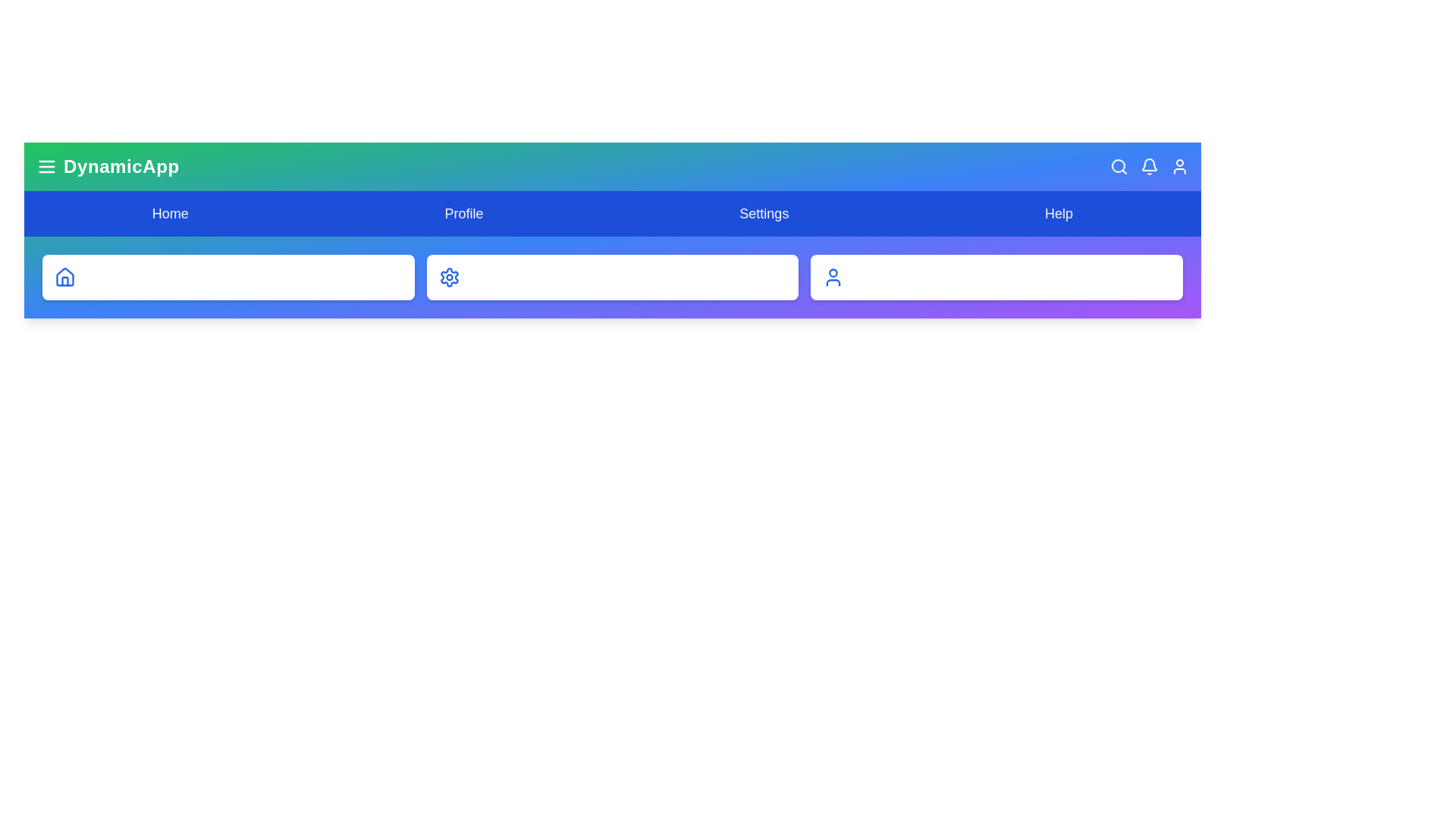 This screenshot has height=819, width=1456. Describe the element at coordinates (1150, 166) in the screenshot. I see `the Notifications button` at that location.